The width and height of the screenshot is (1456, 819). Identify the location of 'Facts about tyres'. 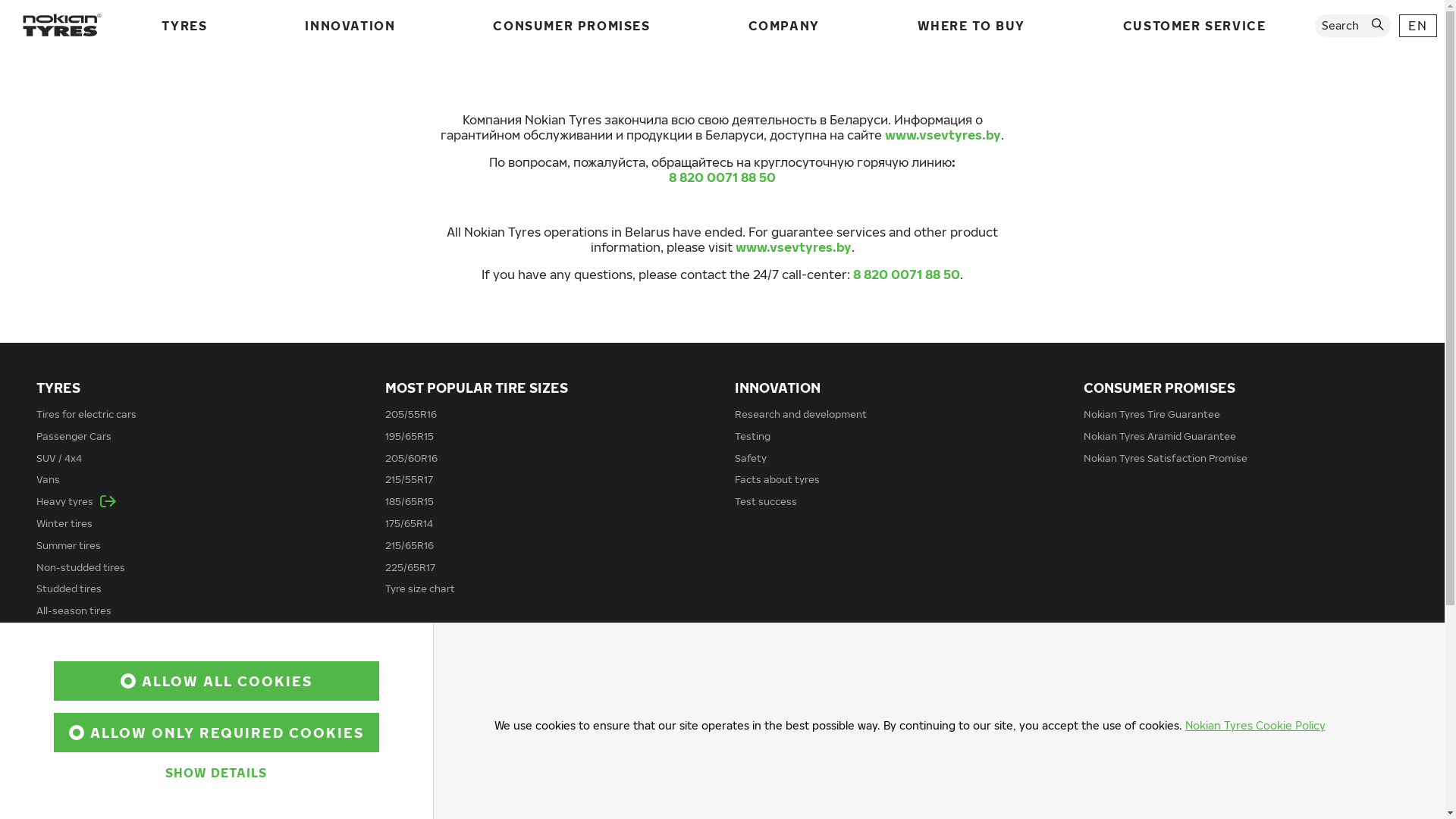
(776, 479).